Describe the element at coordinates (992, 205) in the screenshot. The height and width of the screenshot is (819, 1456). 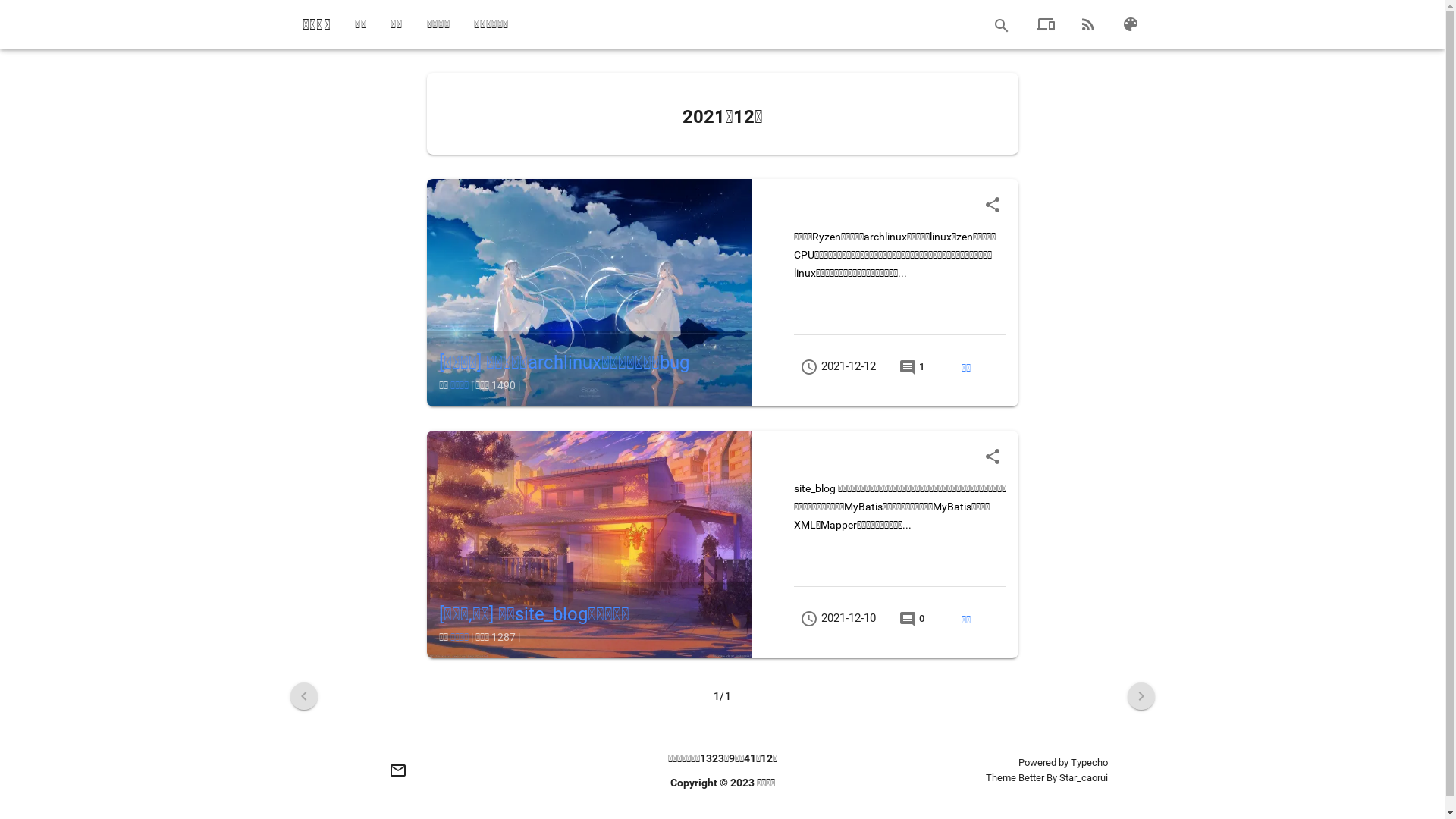
I see `'share'` at that location.